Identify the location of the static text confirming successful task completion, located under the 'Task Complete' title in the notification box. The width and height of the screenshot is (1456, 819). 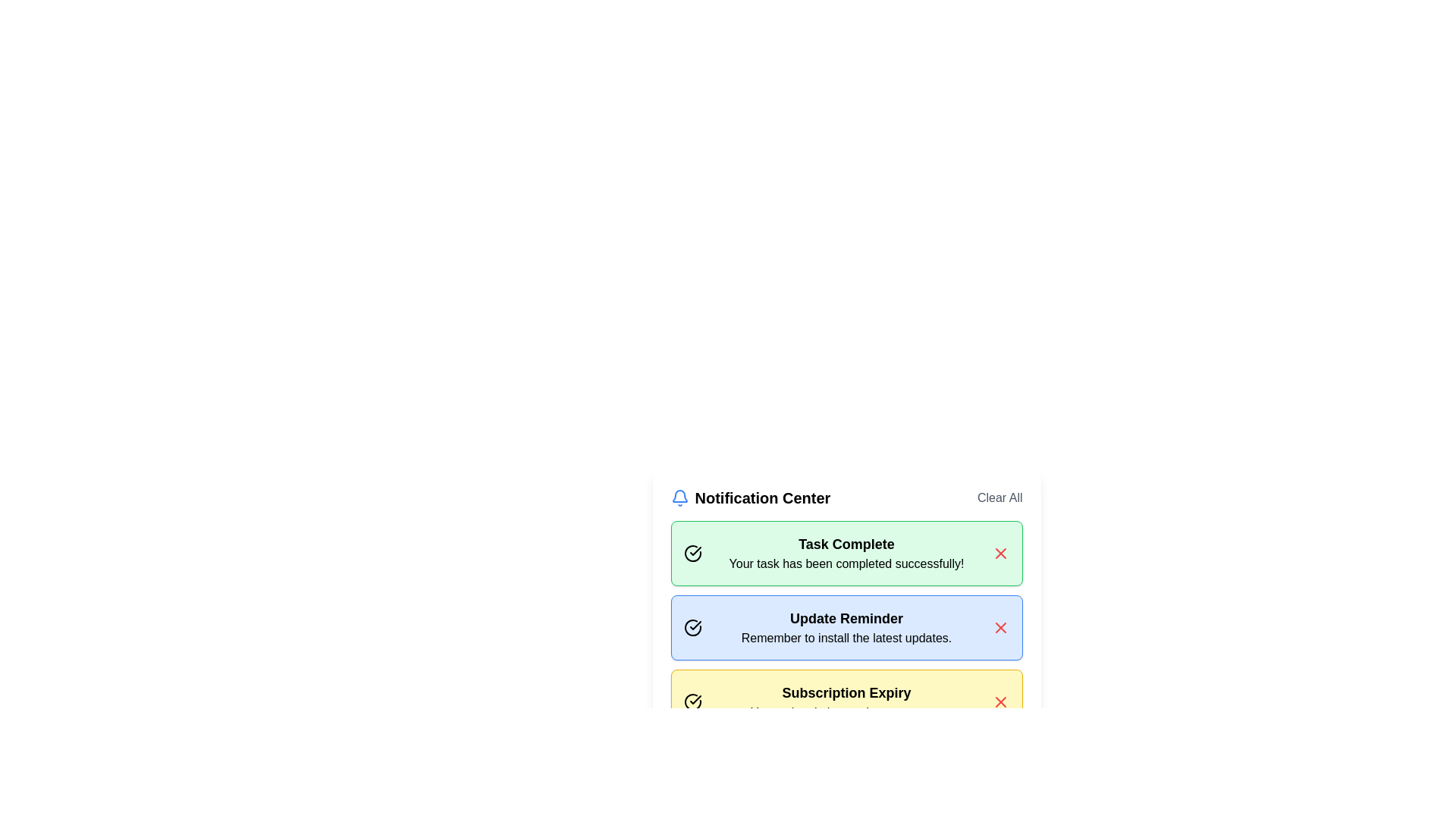
(846, 564).